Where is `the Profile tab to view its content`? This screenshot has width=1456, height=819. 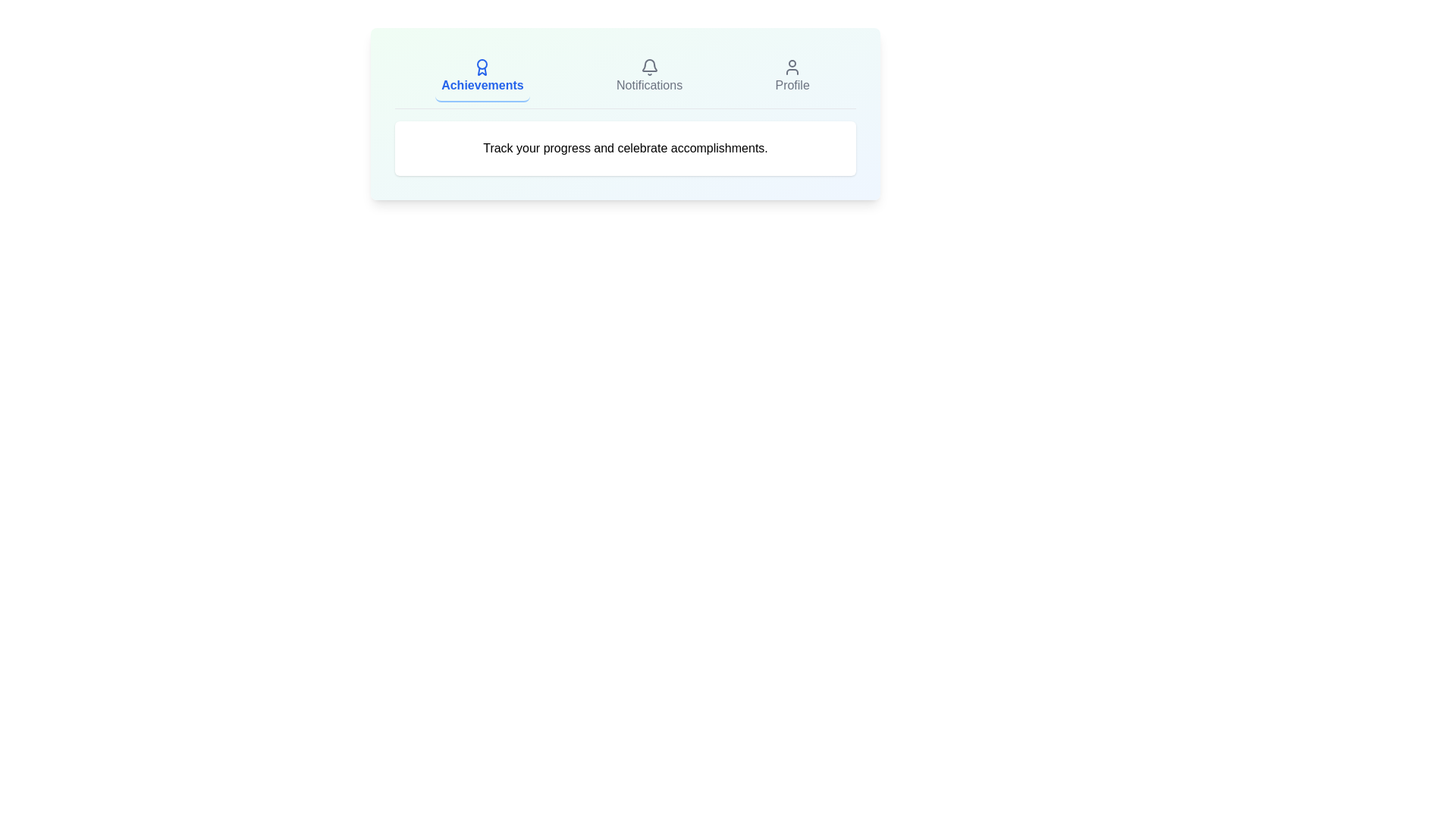 the Profile tab to view its content is located at coordinates (792, 77).